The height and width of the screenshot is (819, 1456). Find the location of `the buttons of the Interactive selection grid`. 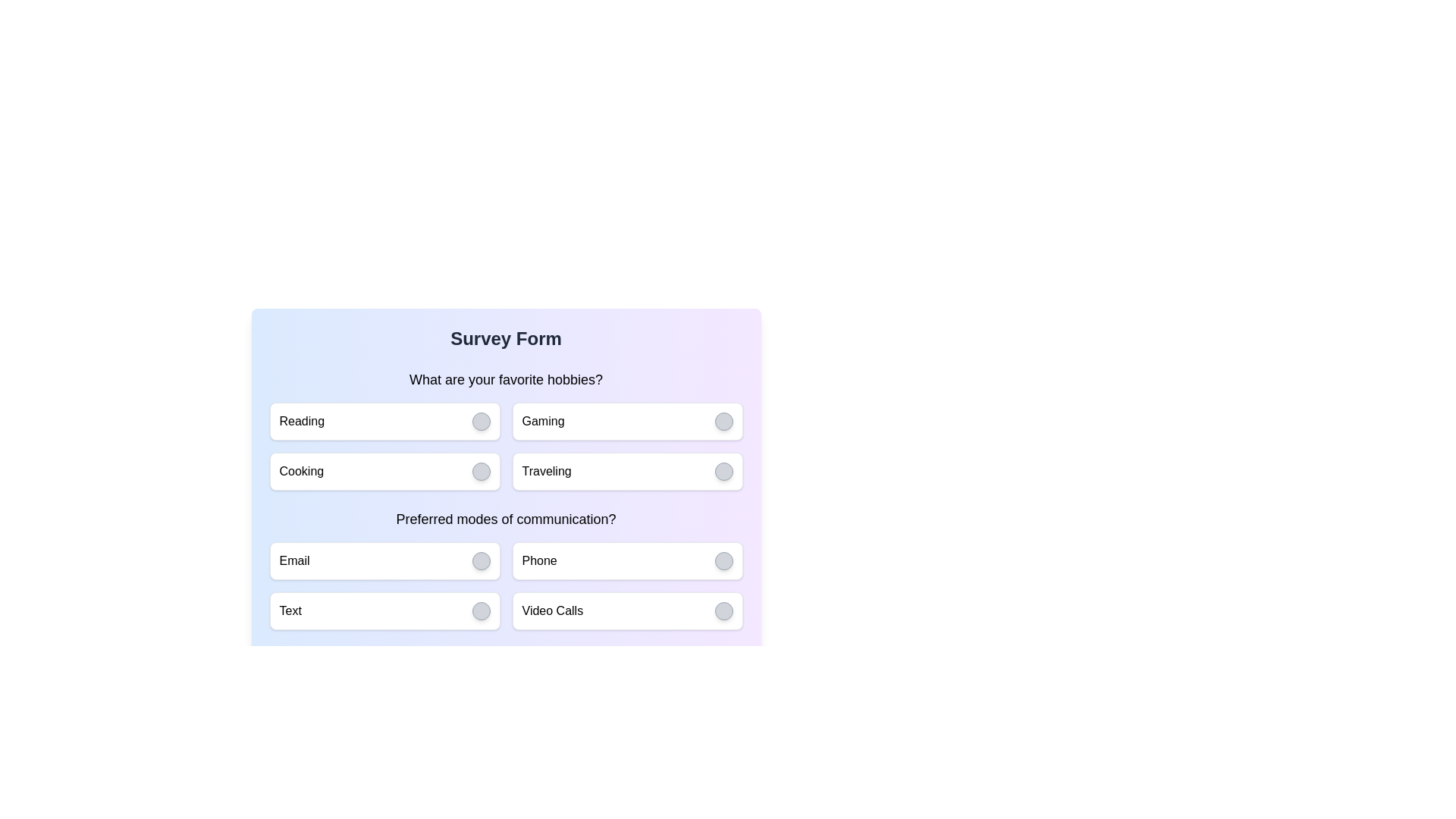

the buttons of the Interactive selection grid is located at coordinates (506, 446).